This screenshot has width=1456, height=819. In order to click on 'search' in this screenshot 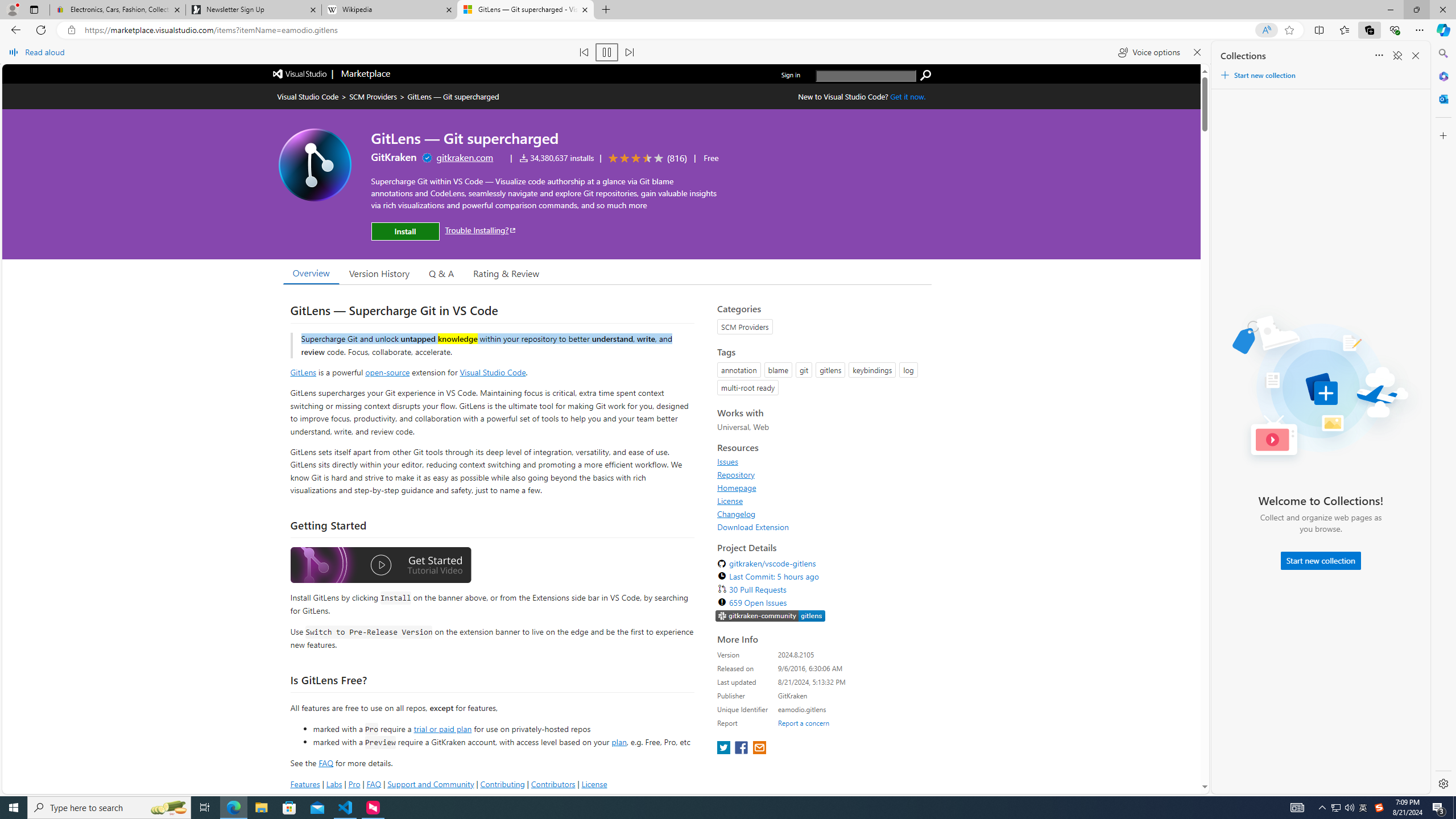, I will do `click(866, 76)`.